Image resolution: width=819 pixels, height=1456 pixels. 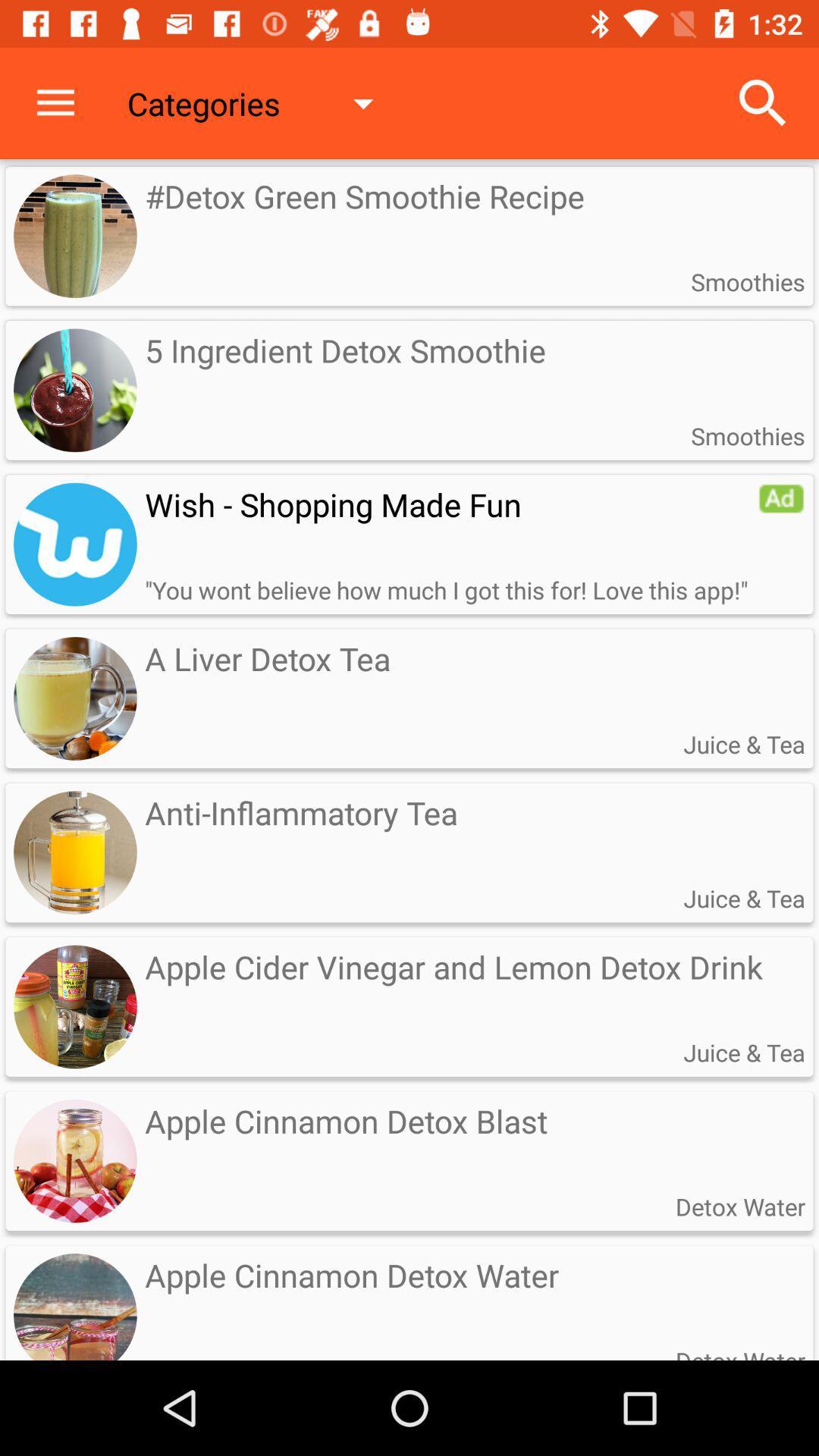 What do you see at coordinates (55, 102) in the screenshot?
I see `icon next to the categories icon` at bounding box center [55, 102].